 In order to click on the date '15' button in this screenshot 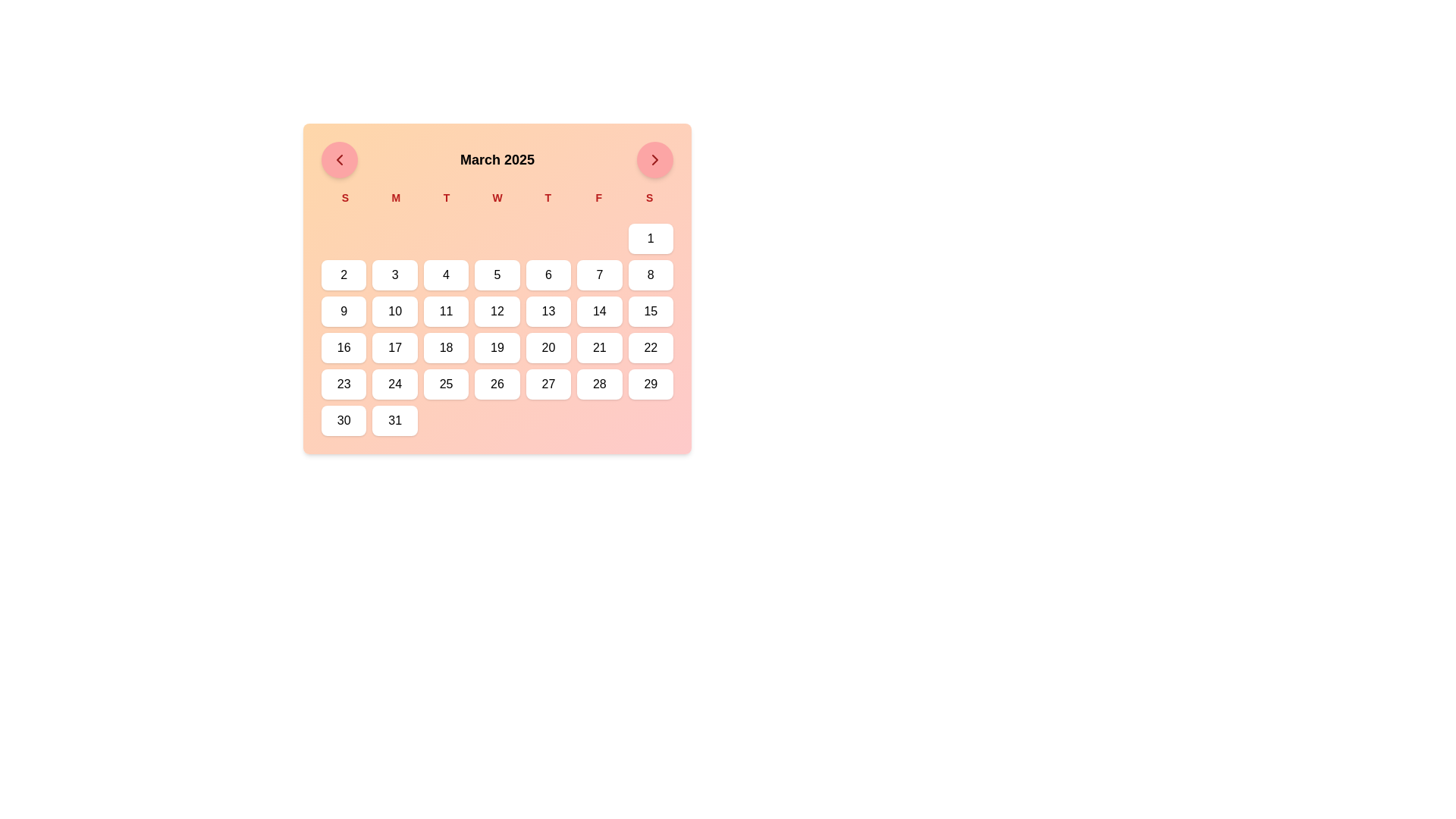, I will do `click(651, 311)`.